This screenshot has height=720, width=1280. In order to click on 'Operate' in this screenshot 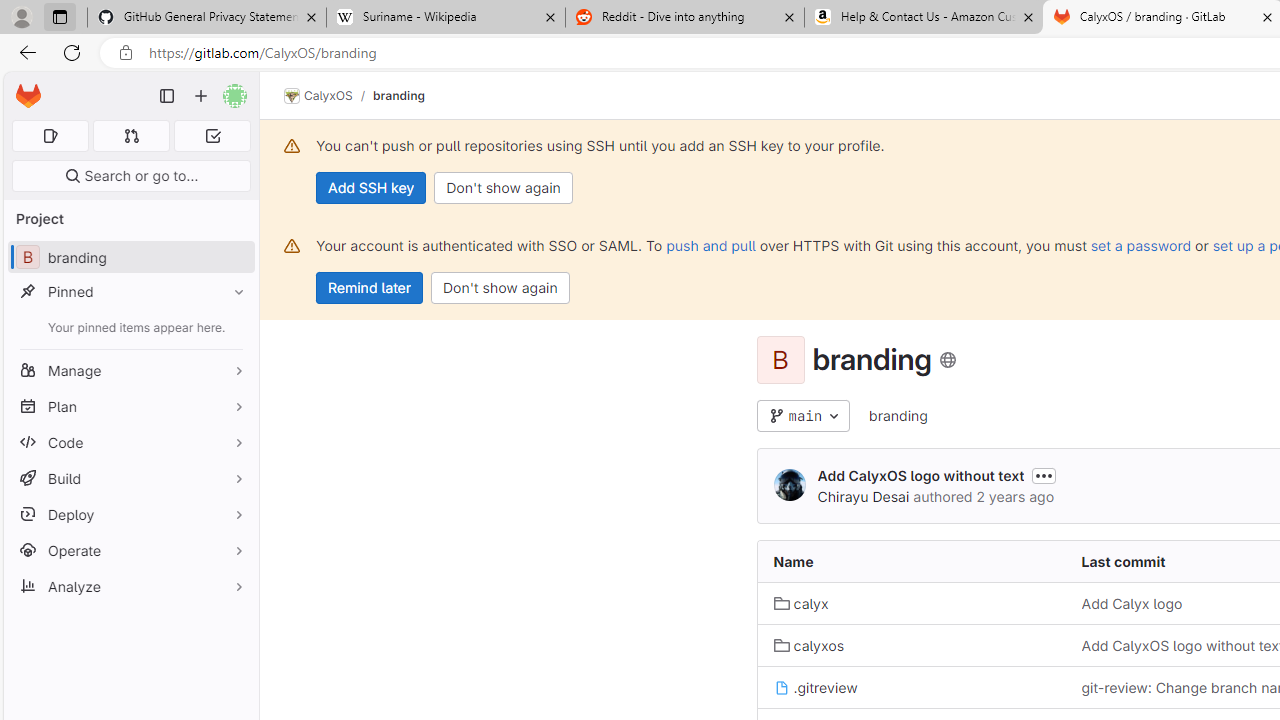, I will do `click(130, 550)`.